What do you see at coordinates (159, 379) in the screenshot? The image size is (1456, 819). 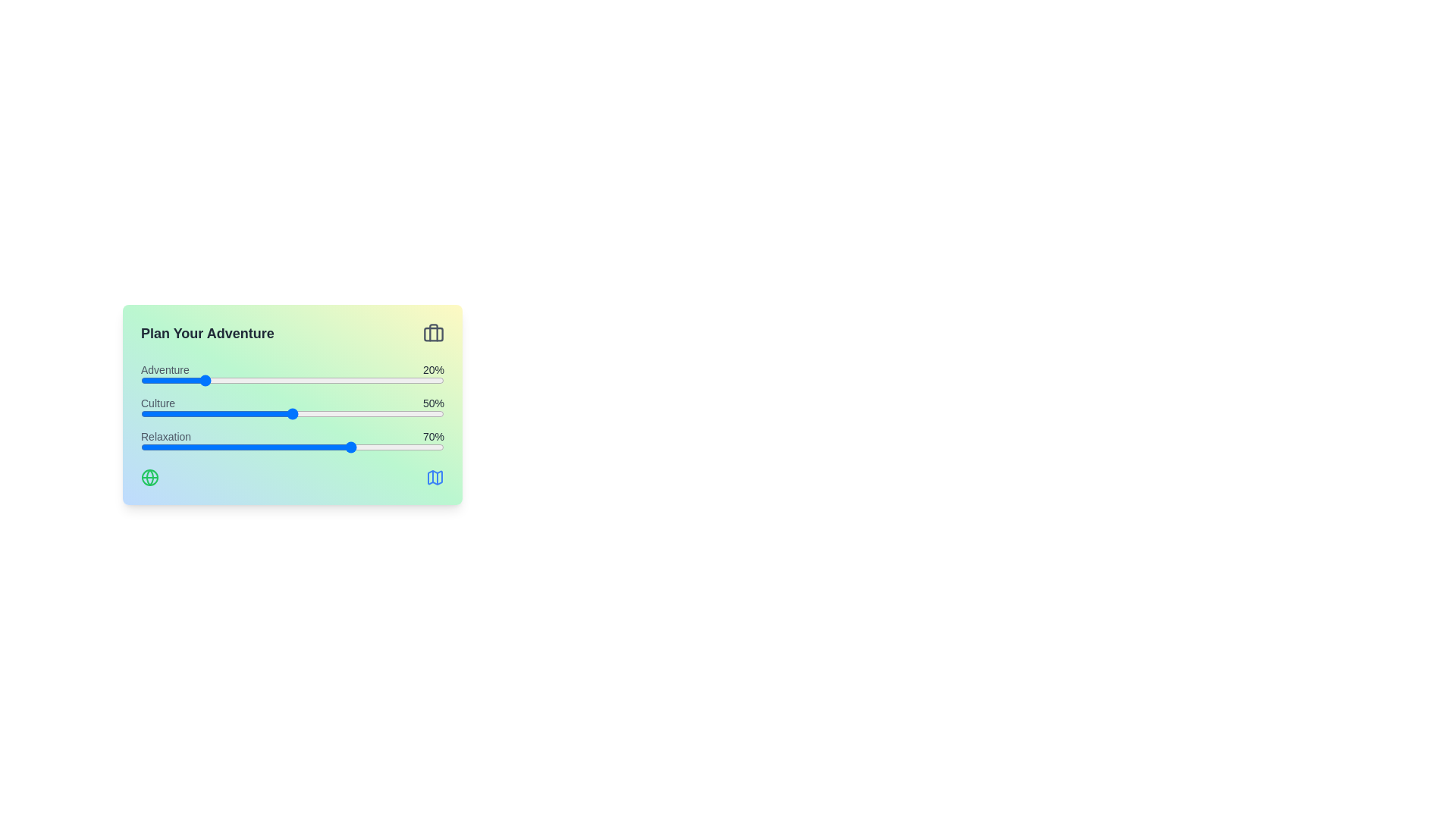 I see `the 'Adventure' slider to 6%` at bounding box center [159, 379].